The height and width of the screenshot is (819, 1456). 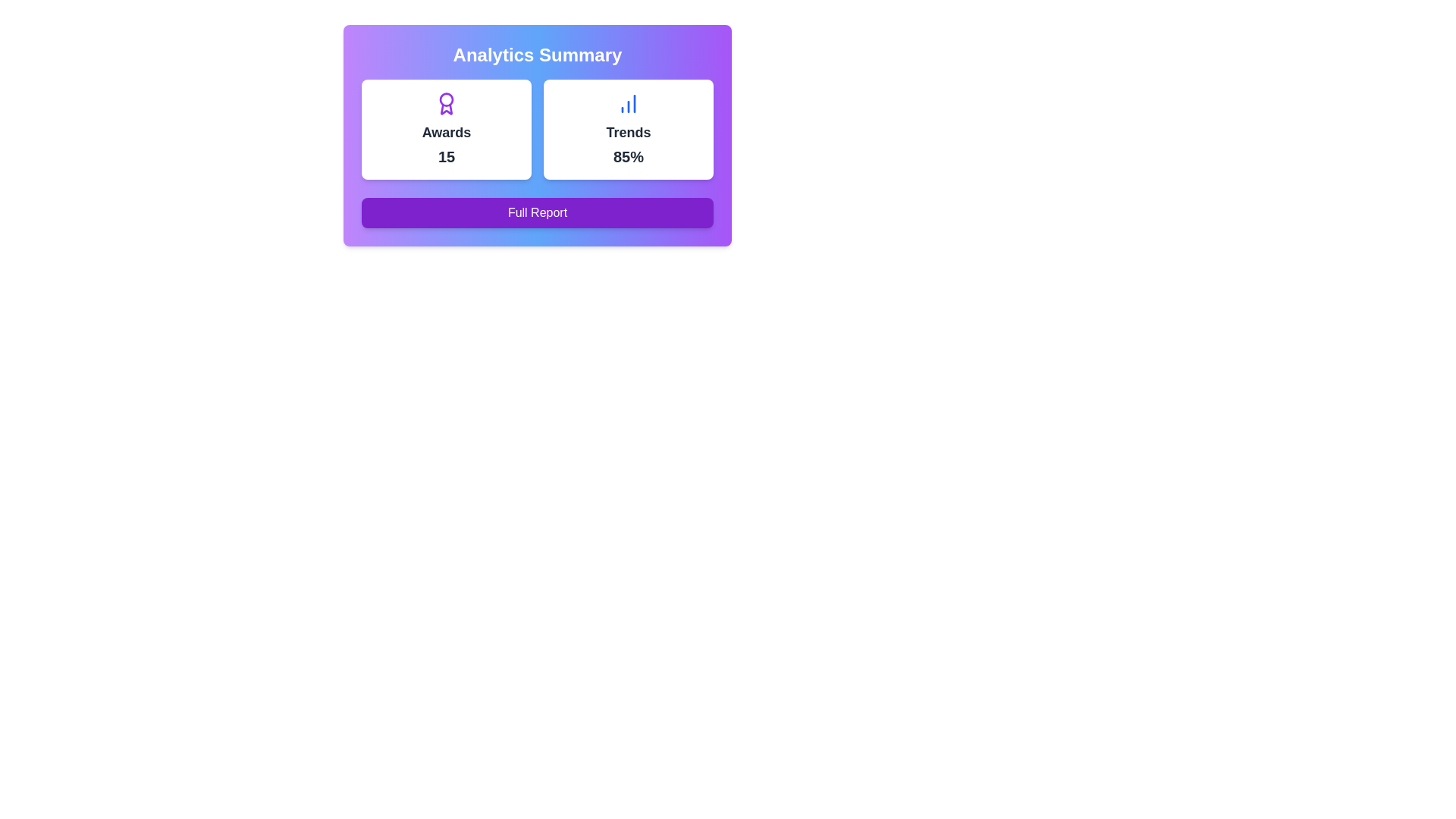 What do you see at coordinates (446, 103) in the screenshot?
I see `the badge icon representing achievements or awards, located centrally in the left card under the 'Analytics Summary' header, directly above the 'Awards' label` at bounding box center [446, 103].